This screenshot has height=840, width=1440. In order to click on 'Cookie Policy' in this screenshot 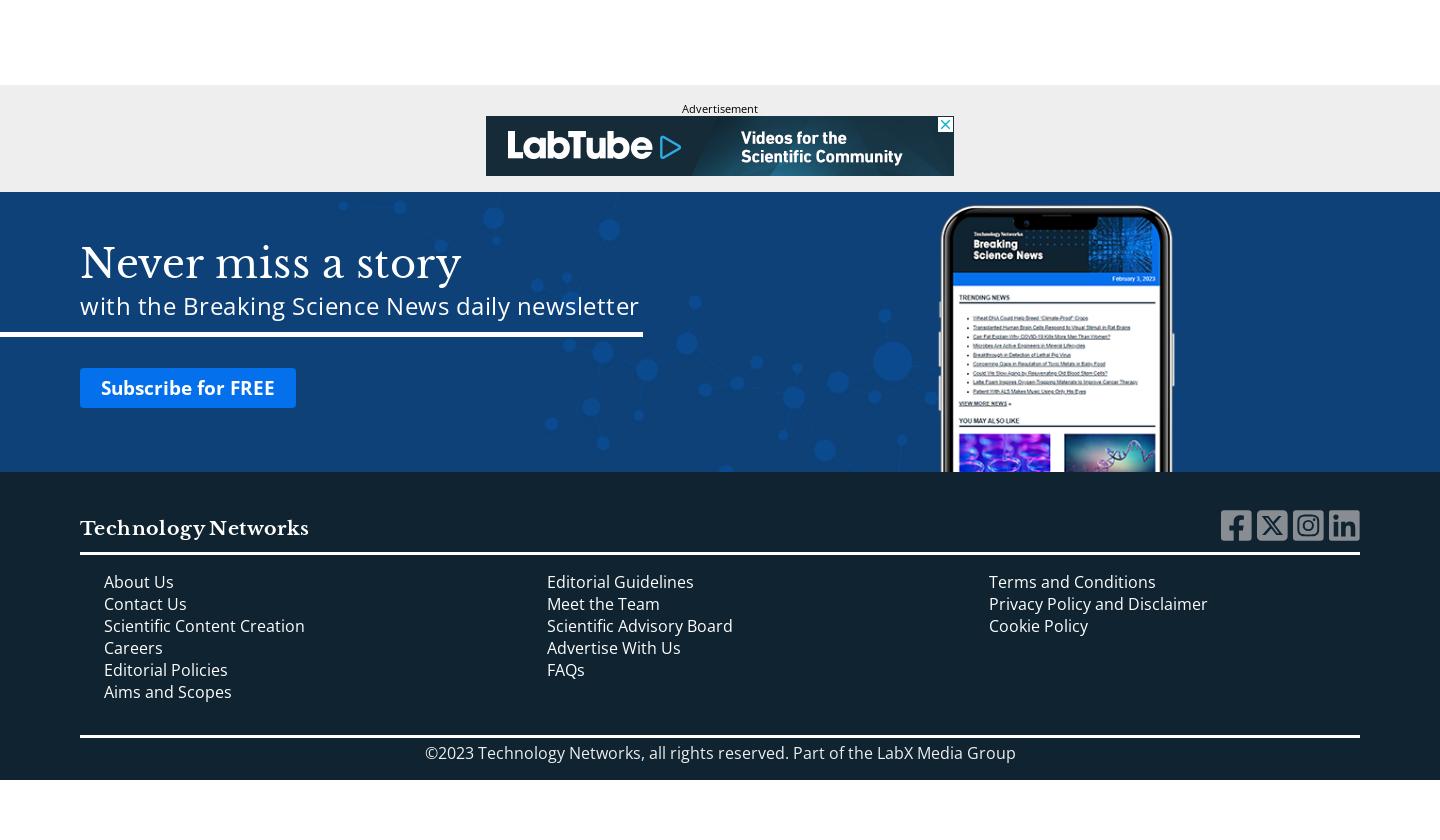, I will do `click(1038, 624)`.